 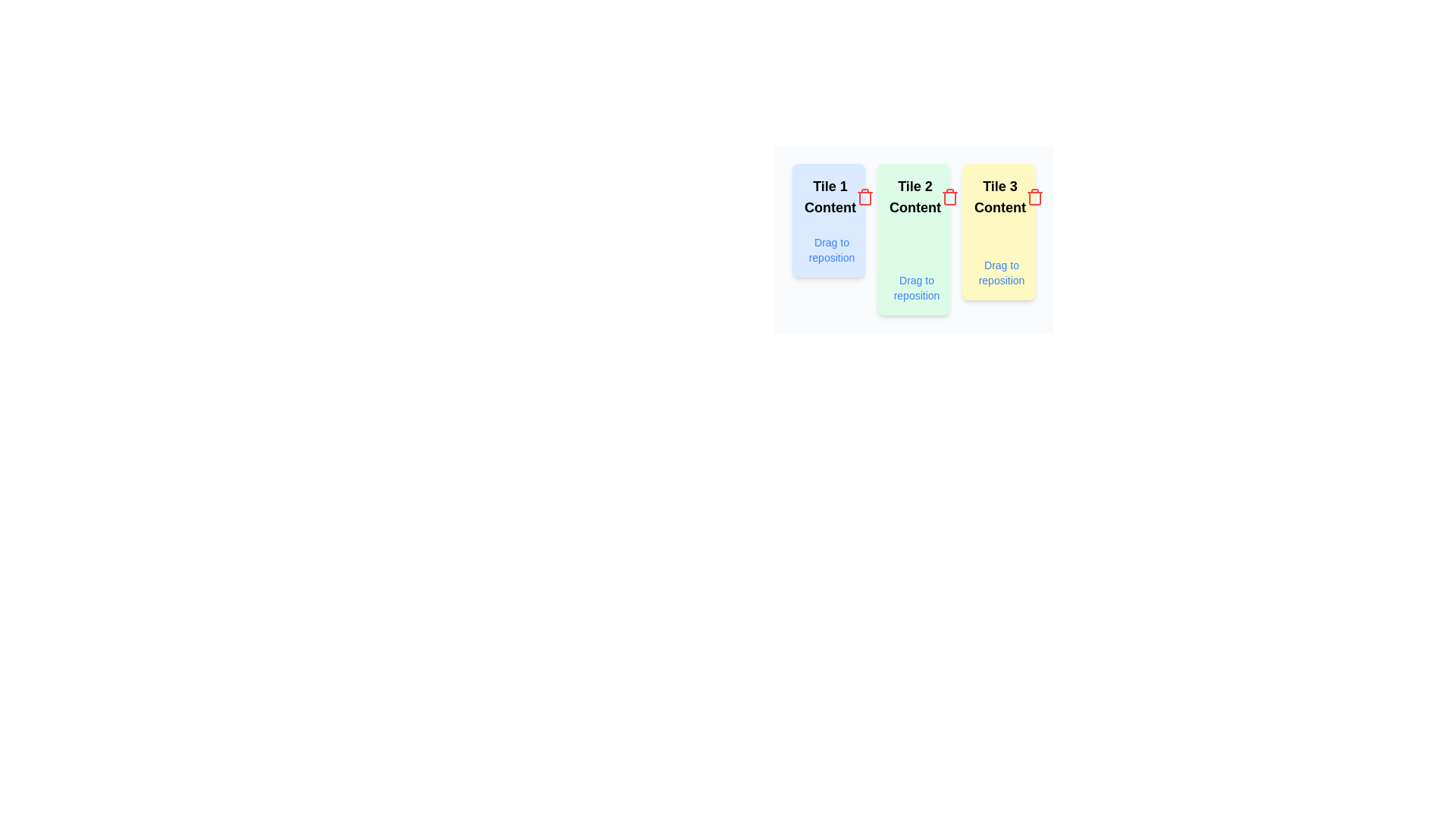 What do you see at coordinates (912, 288) in the screenshot?
I see `the interactive draggable text labeled 'Drag to reposition' with an associated icon` at bounding box center [912, 288].